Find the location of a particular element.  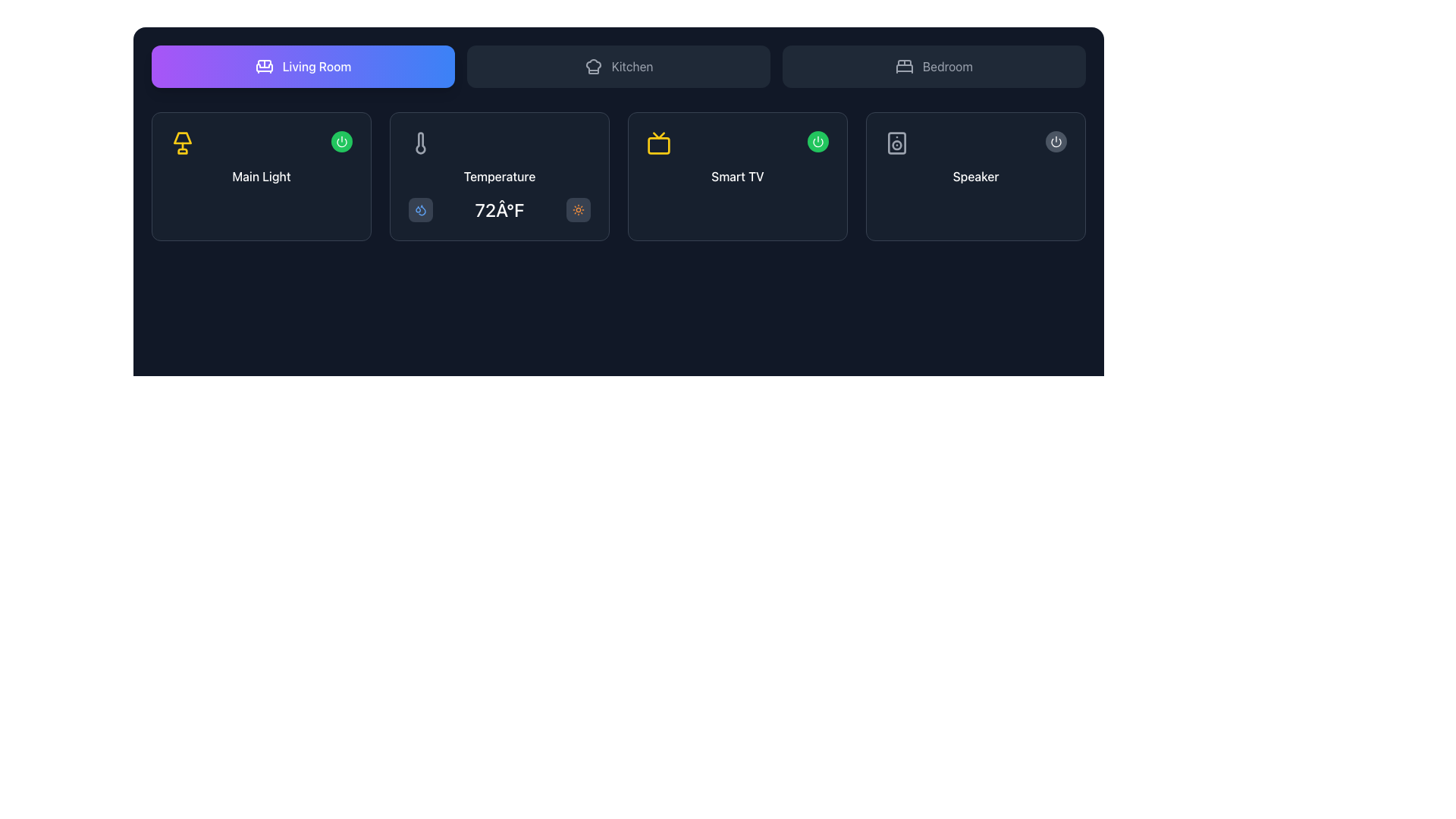

the brightness toggle button located in the Temperature section of the Living Room panel, adjacent to the temperature value of '72°F' and aligned with the sun glyph is located at coordinates (578, 210).